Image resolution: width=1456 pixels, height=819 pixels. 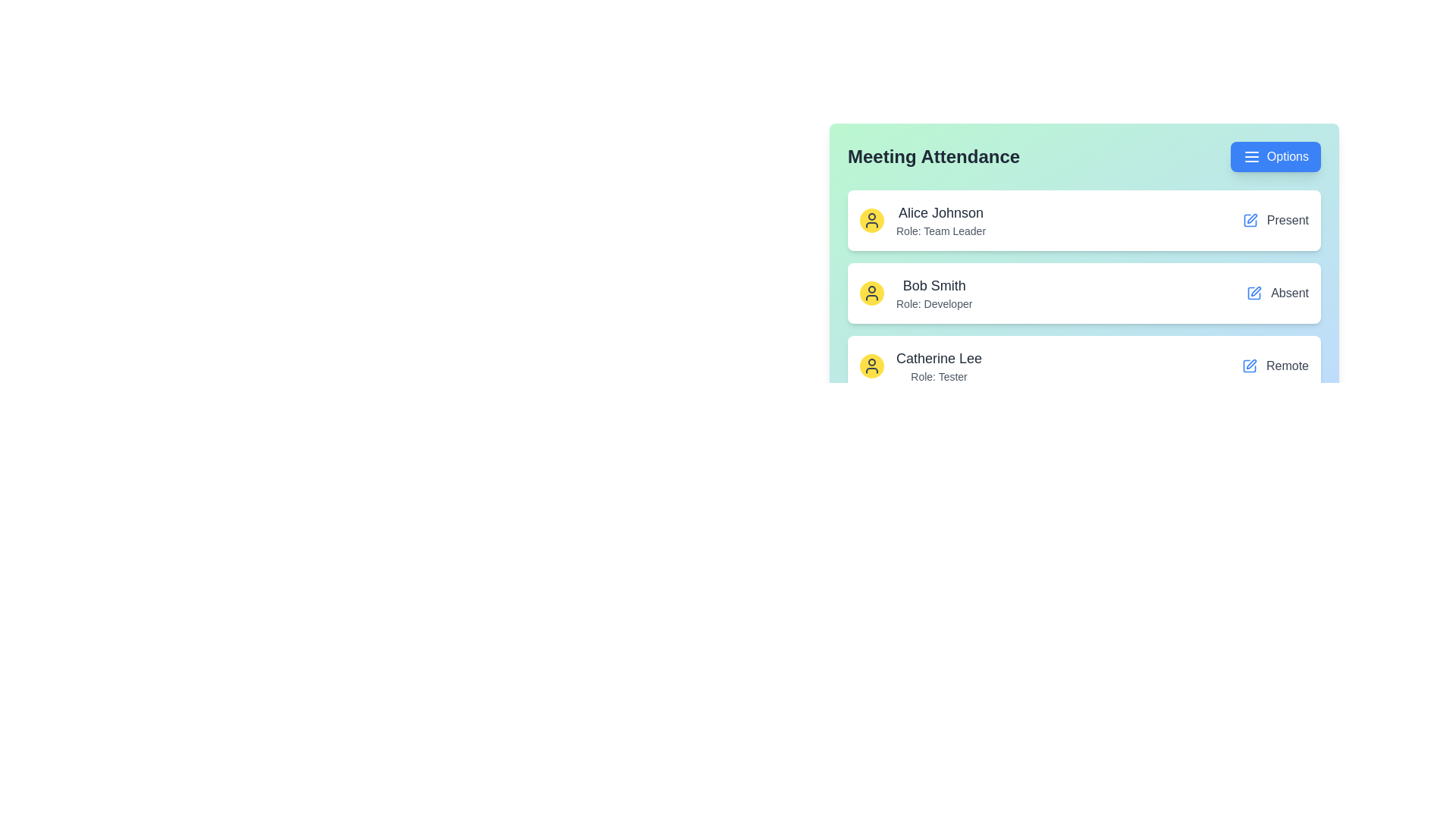 I want to click on the text label indicating attendance status, which shows that the associated individual is absent, located in the rightmost position of the second row under 'Meeting Attendance.', so click(x=1289, y=293).